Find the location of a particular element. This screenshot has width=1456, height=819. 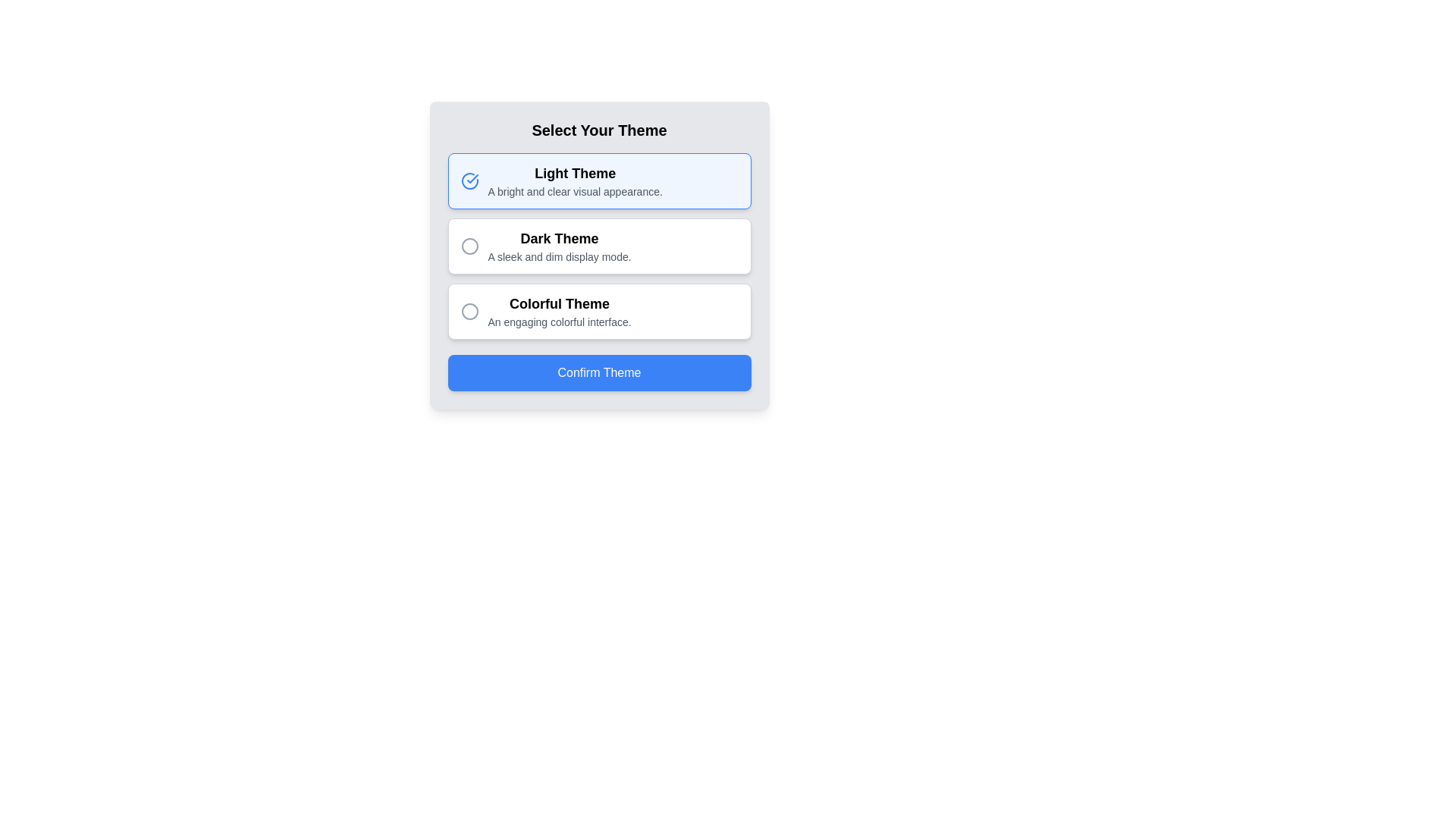

the text snippet reading 'A bright and clear visual appearance.' which is styled in light gray and located below the title 'Light Theme' in the theme options is located at coordinates (574, 191).